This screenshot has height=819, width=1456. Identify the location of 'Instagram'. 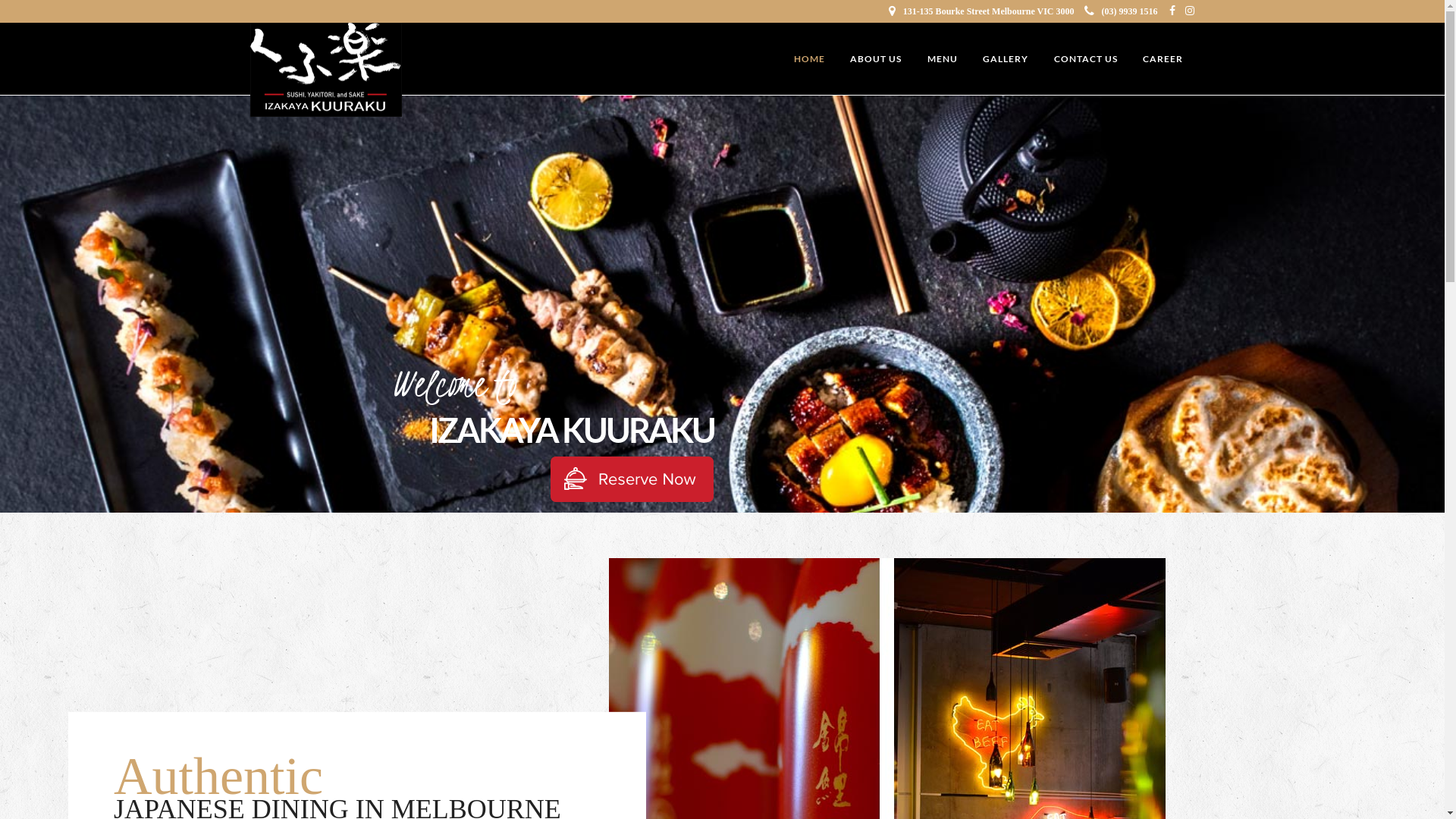
(1185, 11).